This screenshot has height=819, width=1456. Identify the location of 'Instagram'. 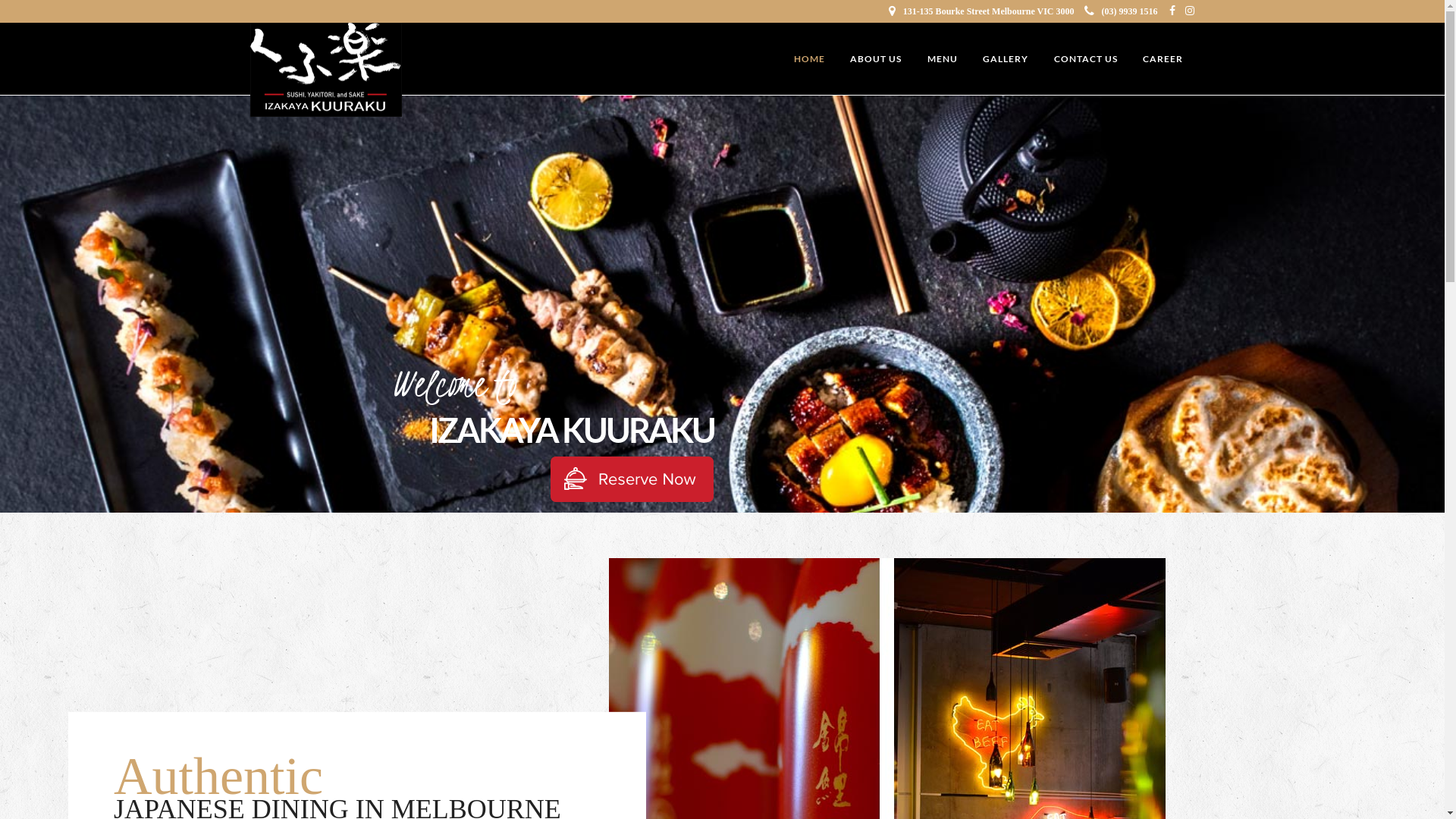
(1185, 11).